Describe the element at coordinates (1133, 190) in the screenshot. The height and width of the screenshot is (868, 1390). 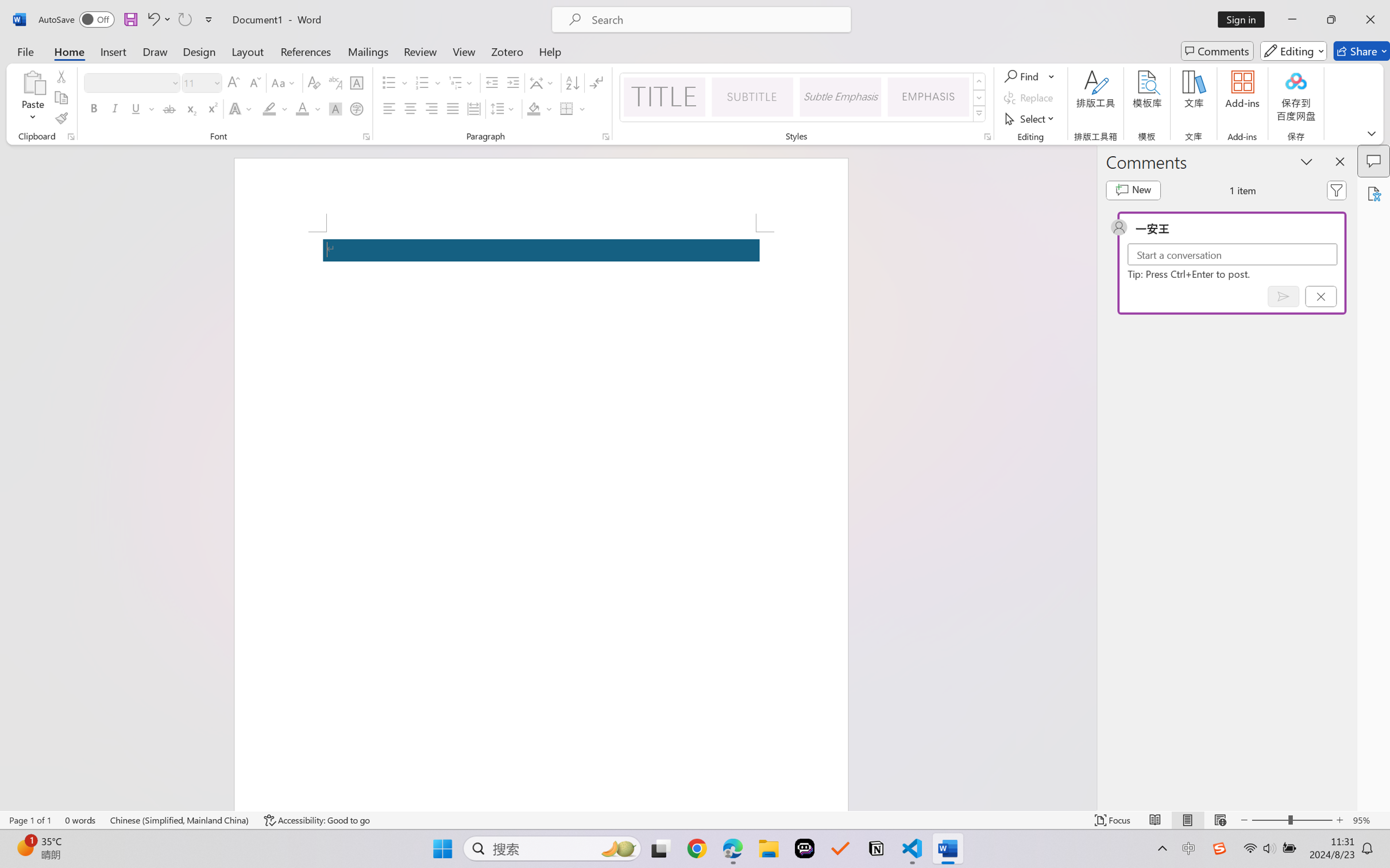
I see `'New comment'` at that location.